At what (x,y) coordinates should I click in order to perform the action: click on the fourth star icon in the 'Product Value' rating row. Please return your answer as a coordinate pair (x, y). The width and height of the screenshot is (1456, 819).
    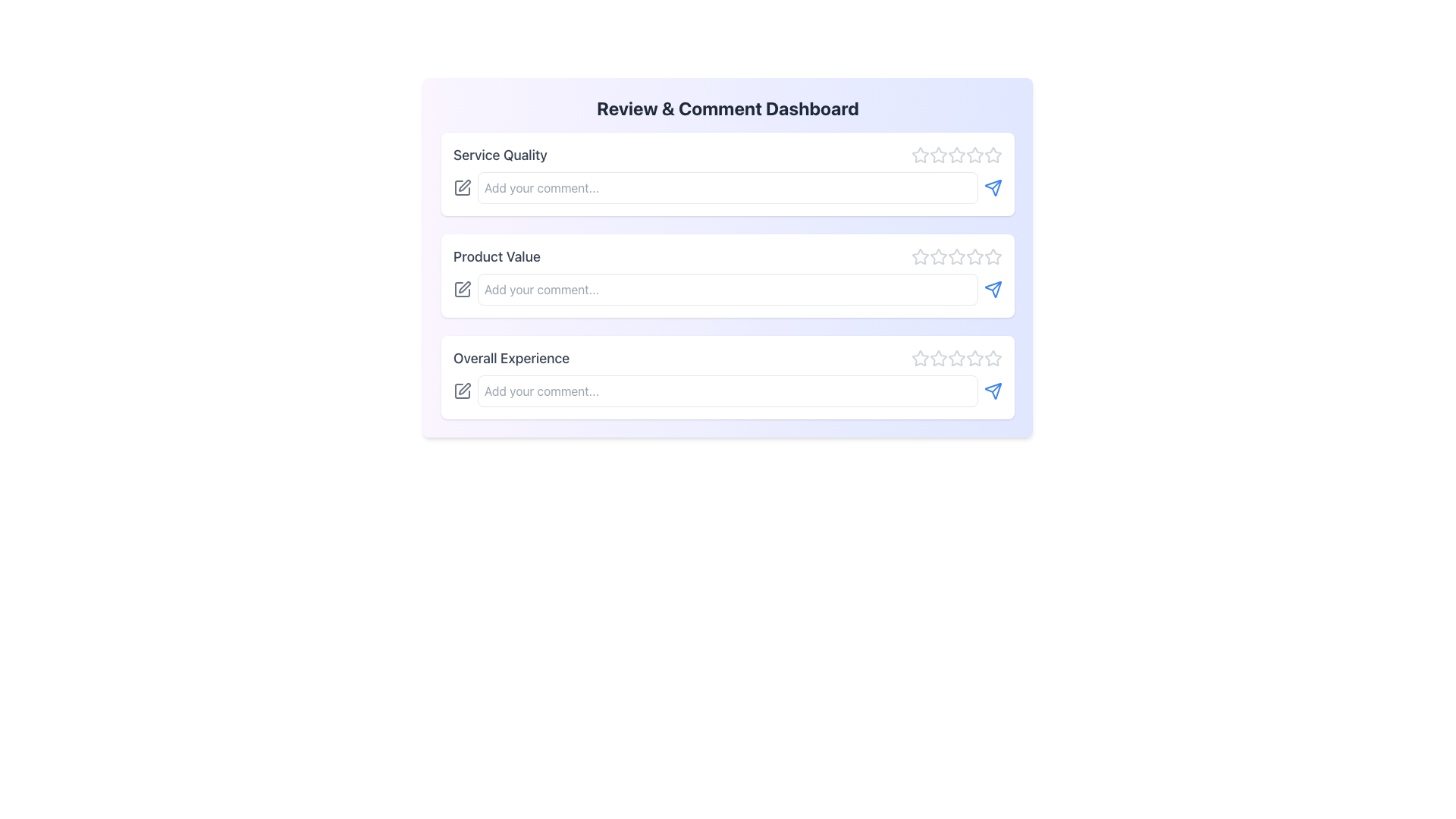
    Looking at the image, I should click on (956, 256).